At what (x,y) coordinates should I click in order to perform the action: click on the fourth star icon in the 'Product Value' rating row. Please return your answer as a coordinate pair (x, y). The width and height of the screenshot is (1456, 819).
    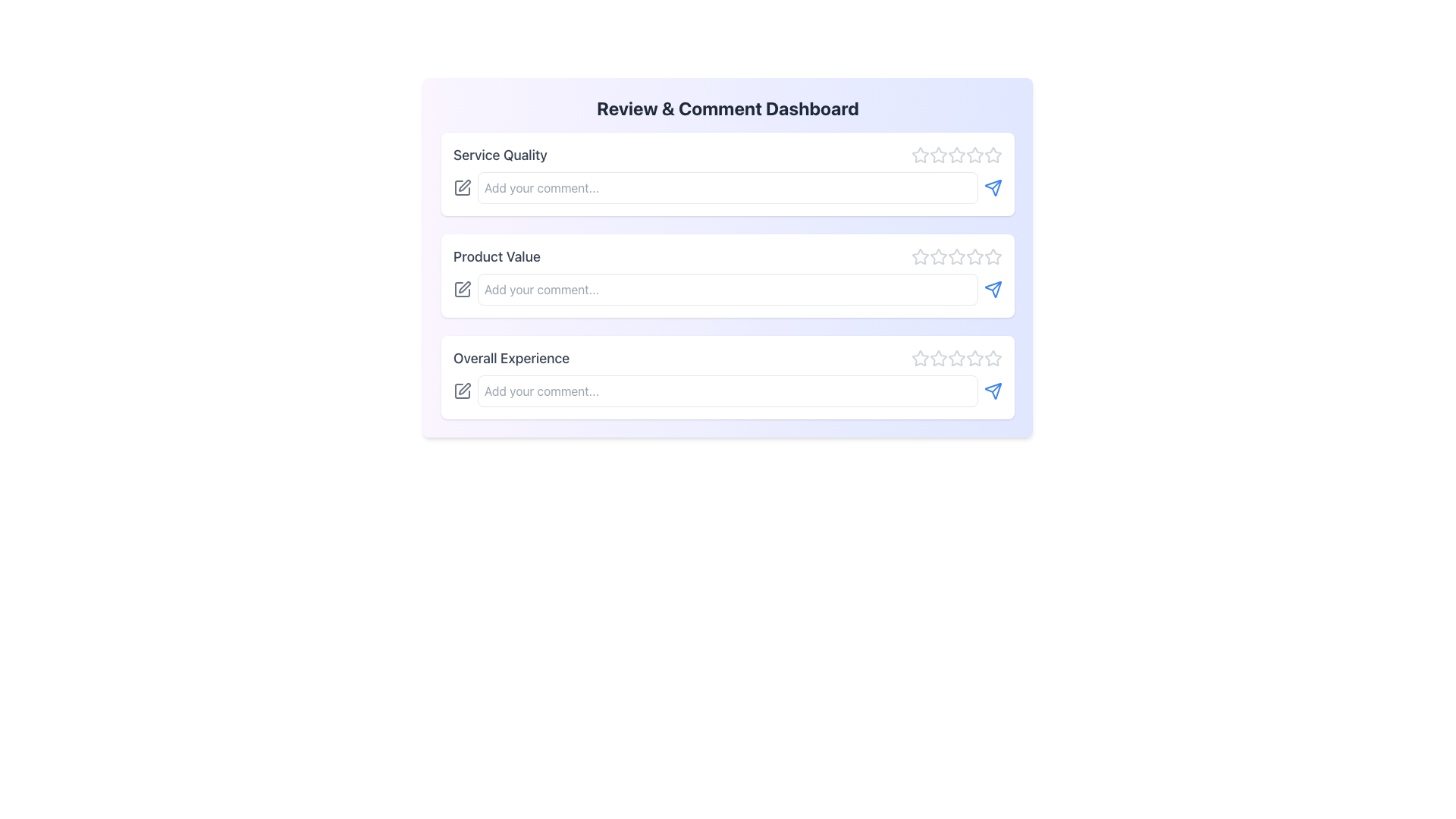
    Looking at the image, I should click on (956, 256).